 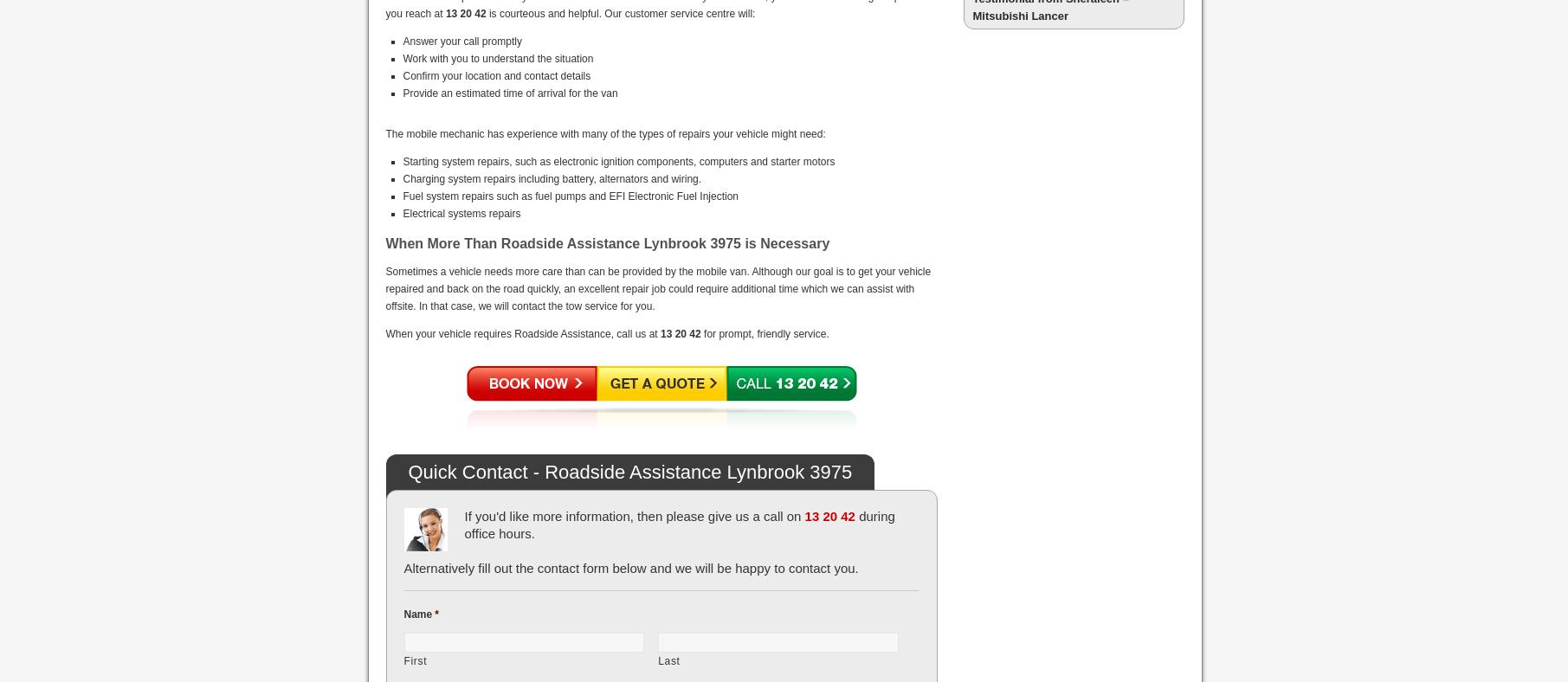 What do you see at coordinates (605, 133) in the screenshot?
I see `'The mobile mechanic has experience with many of the types of repairs your vehicle might need:'` at bounding box center [605, 133].